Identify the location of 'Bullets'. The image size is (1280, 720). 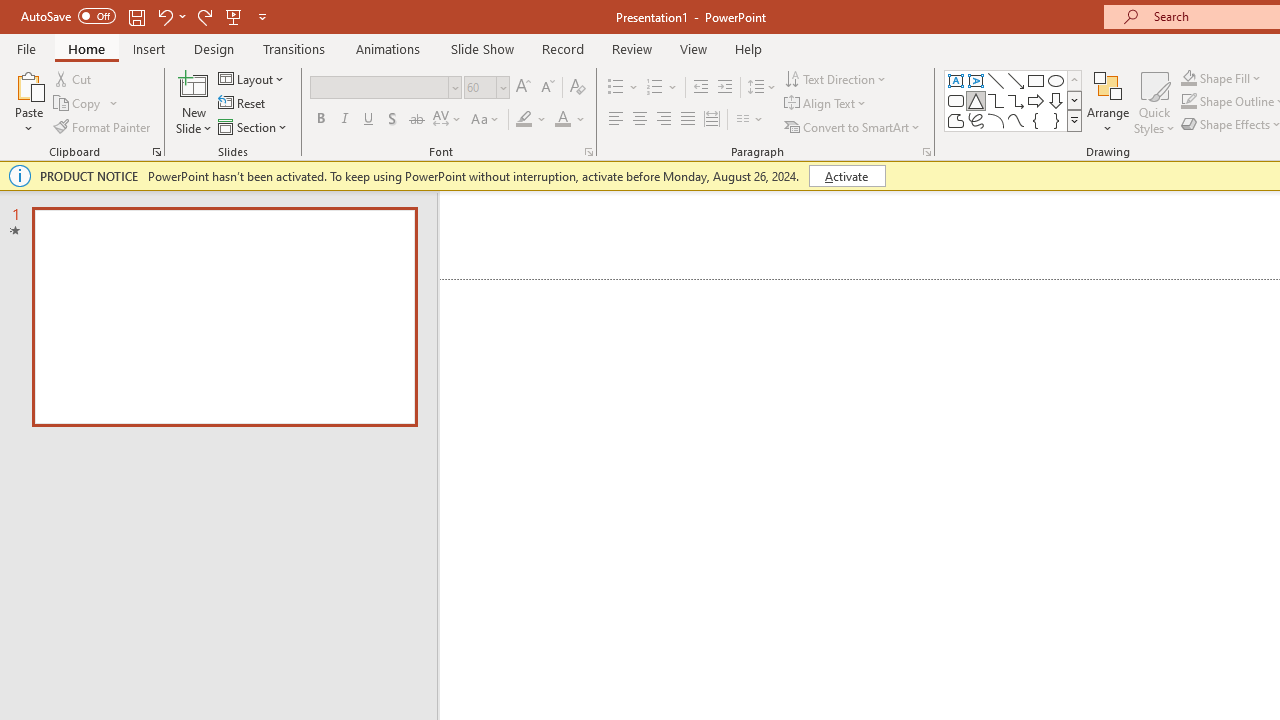
(615, 86).